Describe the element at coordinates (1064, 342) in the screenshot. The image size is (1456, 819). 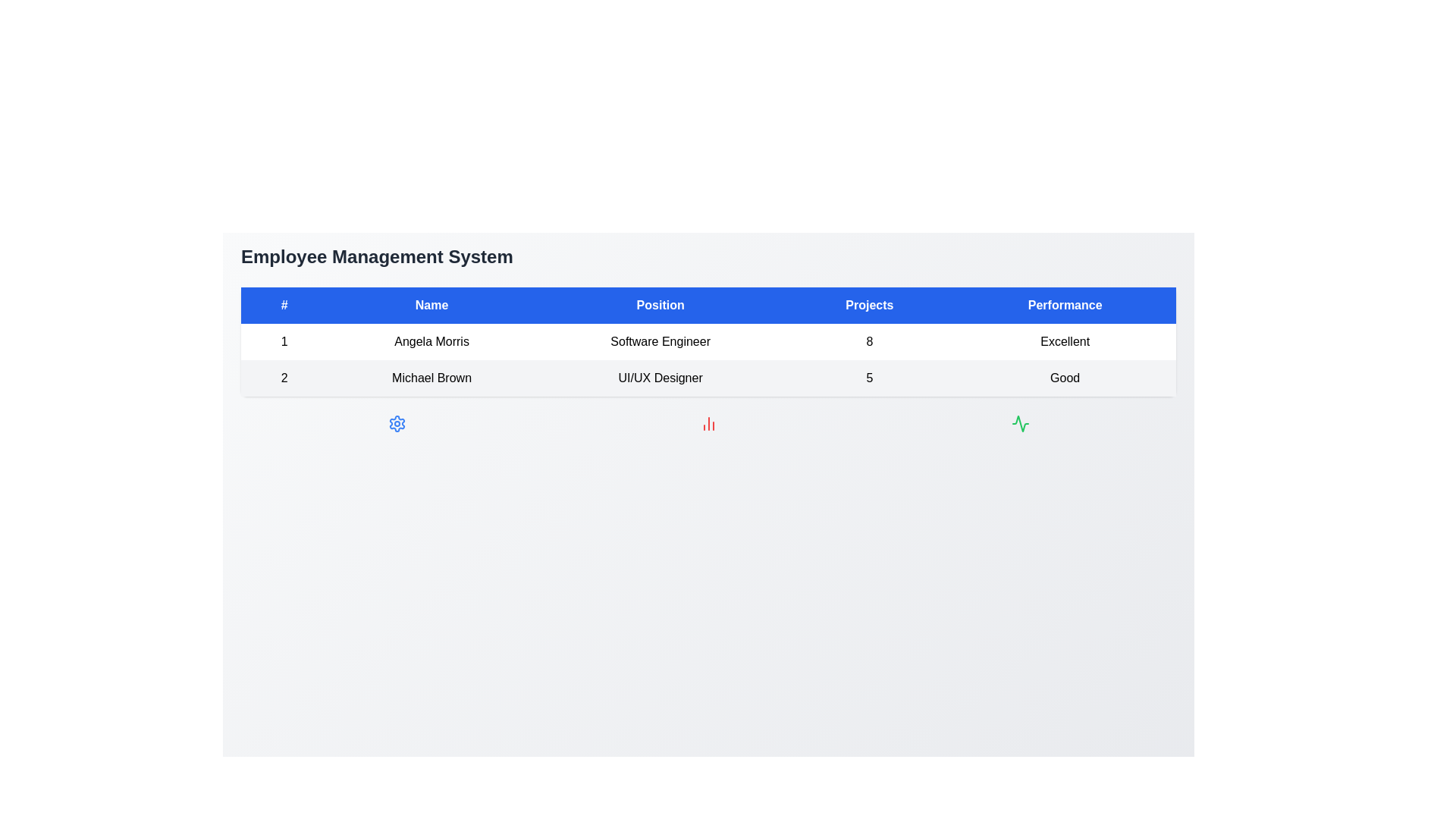
I see `the text label 'Excellent' in the 'Performance' column of the employee entry for 'Angela Morris'` at that location.